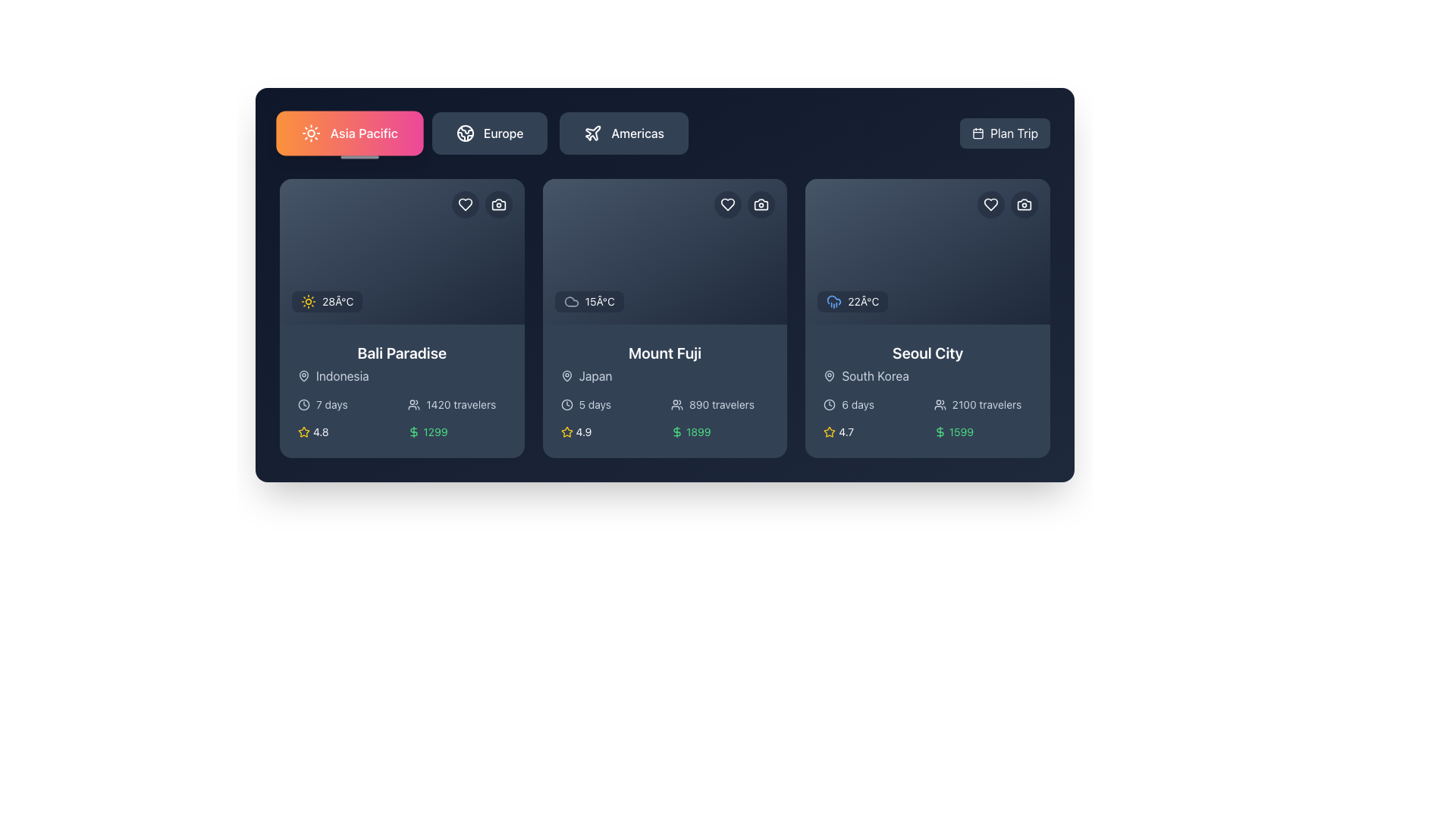  I want to click on the heart-shaped icon within the circular button at the top right corner of the 'Seoul City' card, so click(990, 205).